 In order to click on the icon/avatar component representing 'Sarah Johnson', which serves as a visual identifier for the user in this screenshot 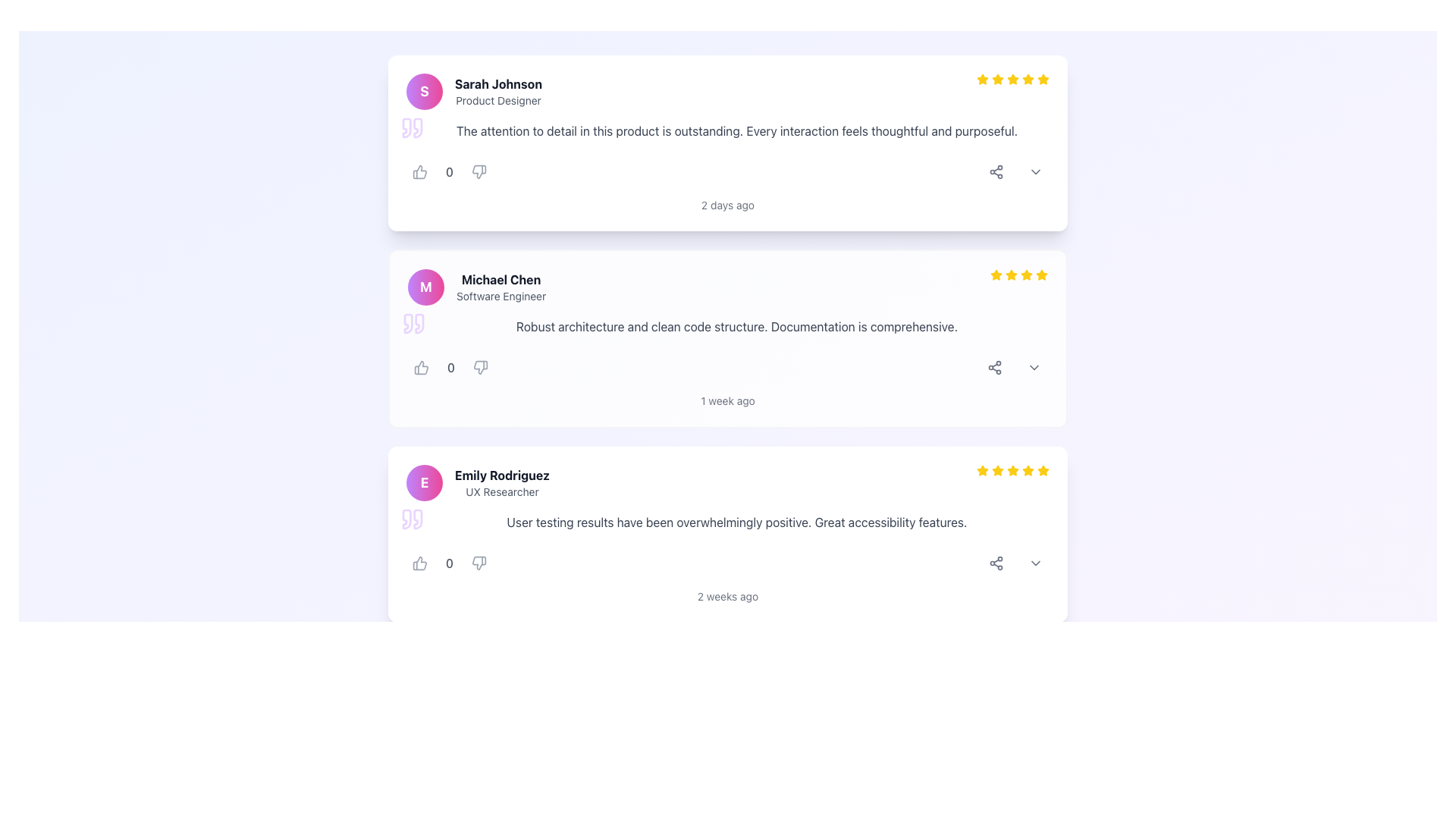, I will do `click(425, 91)`.